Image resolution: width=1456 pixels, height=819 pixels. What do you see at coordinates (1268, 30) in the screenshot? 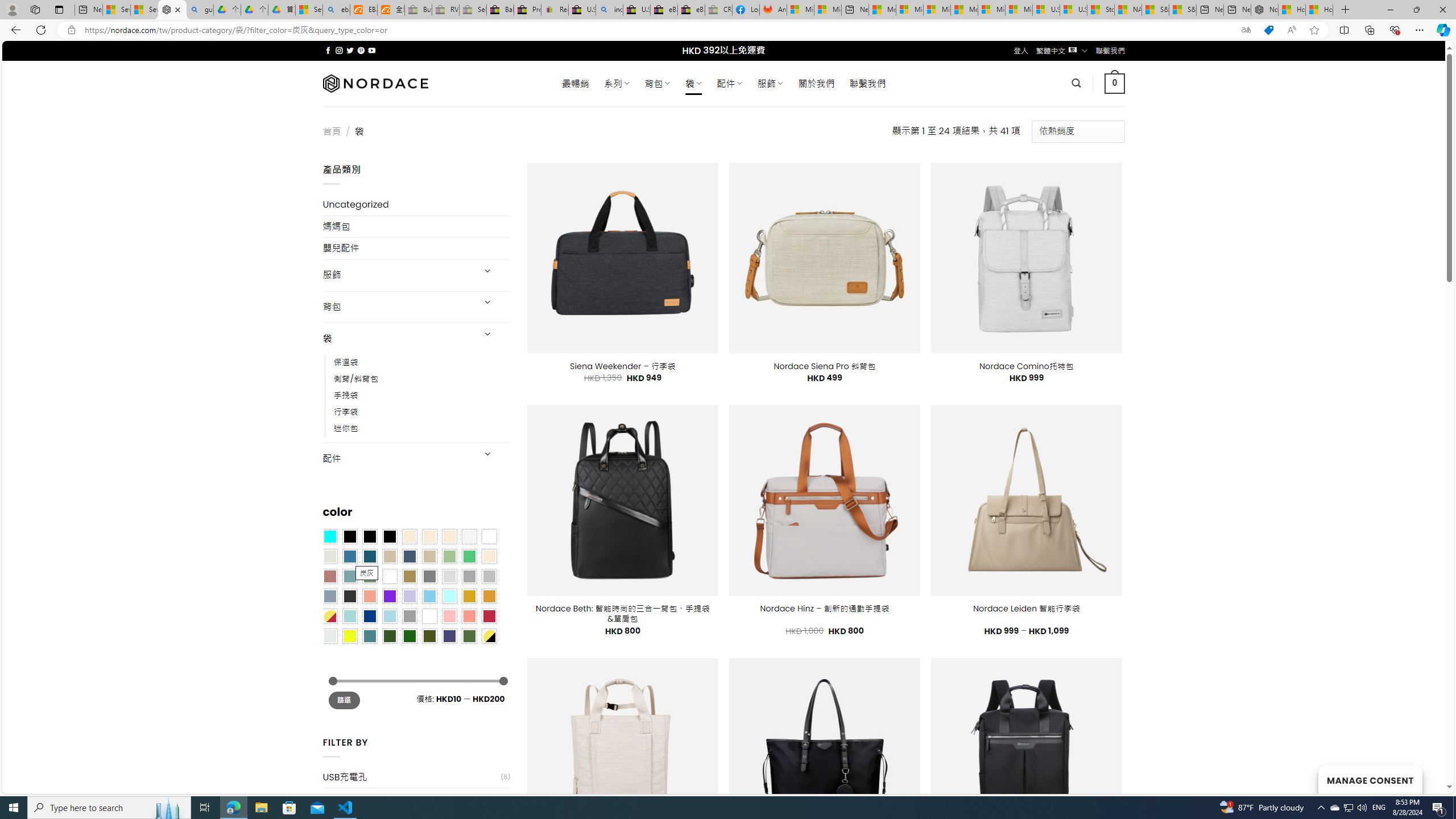
I see `'This site has coupons! Shopping in Microsoft Edge'` at bounding box center [1268, 30].